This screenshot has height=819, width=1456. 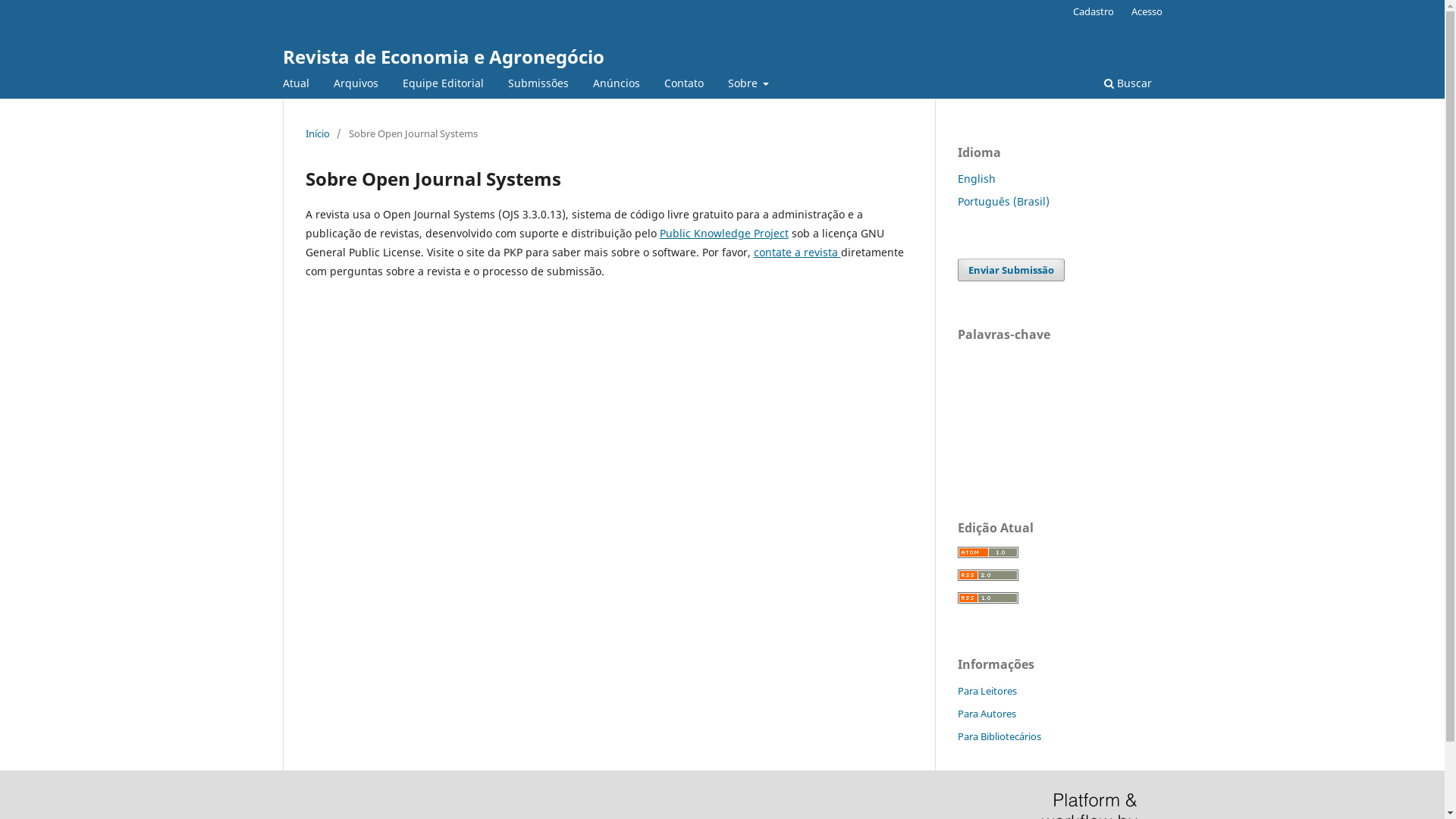 I want to click on 'Contato', so click(x=682, y=85).